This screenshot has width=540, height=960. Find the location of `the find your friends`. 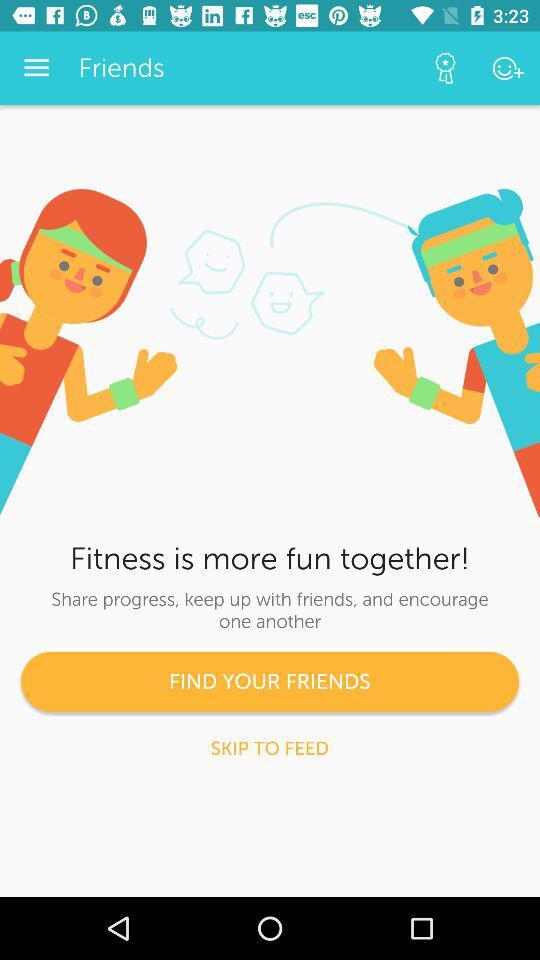

the find your friends is located at coordinates (270, 681).